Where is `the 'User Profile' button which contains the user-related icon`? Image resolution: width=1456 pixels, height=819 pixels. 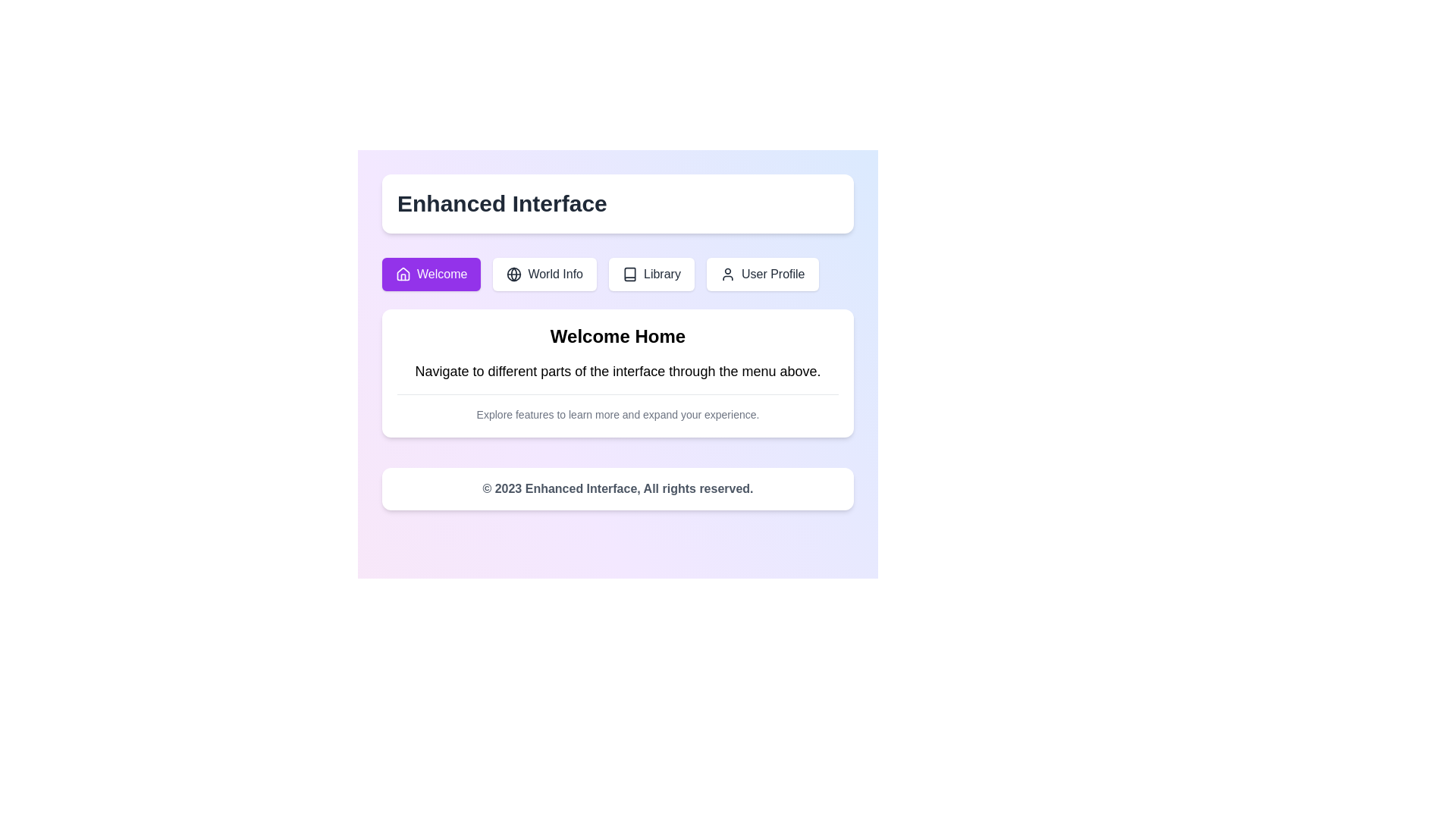 the 'User Profile' button which contains the user-related icon is located at coordinates (728, 274).